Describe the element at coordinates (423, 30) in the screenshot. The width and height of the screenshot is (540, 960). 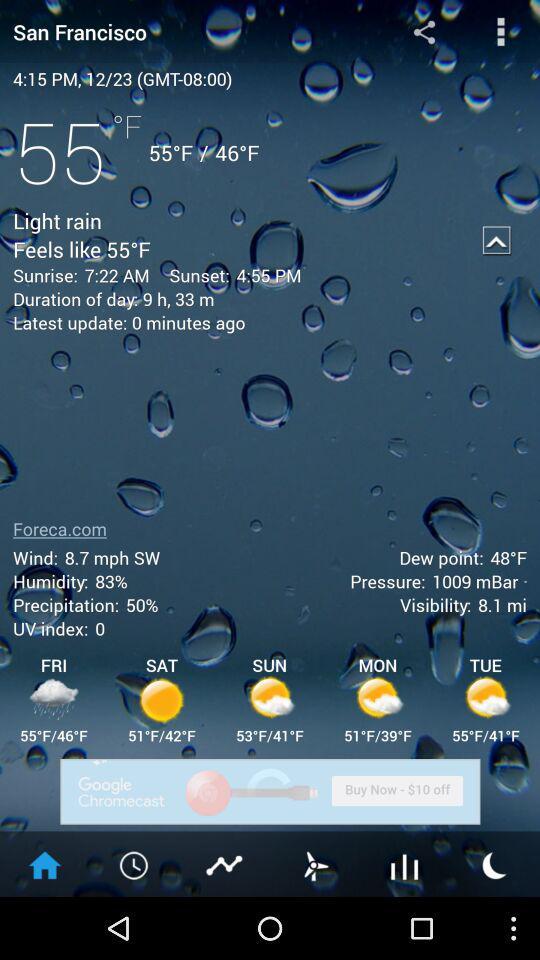
I see `the item next to san francisco` at that location.